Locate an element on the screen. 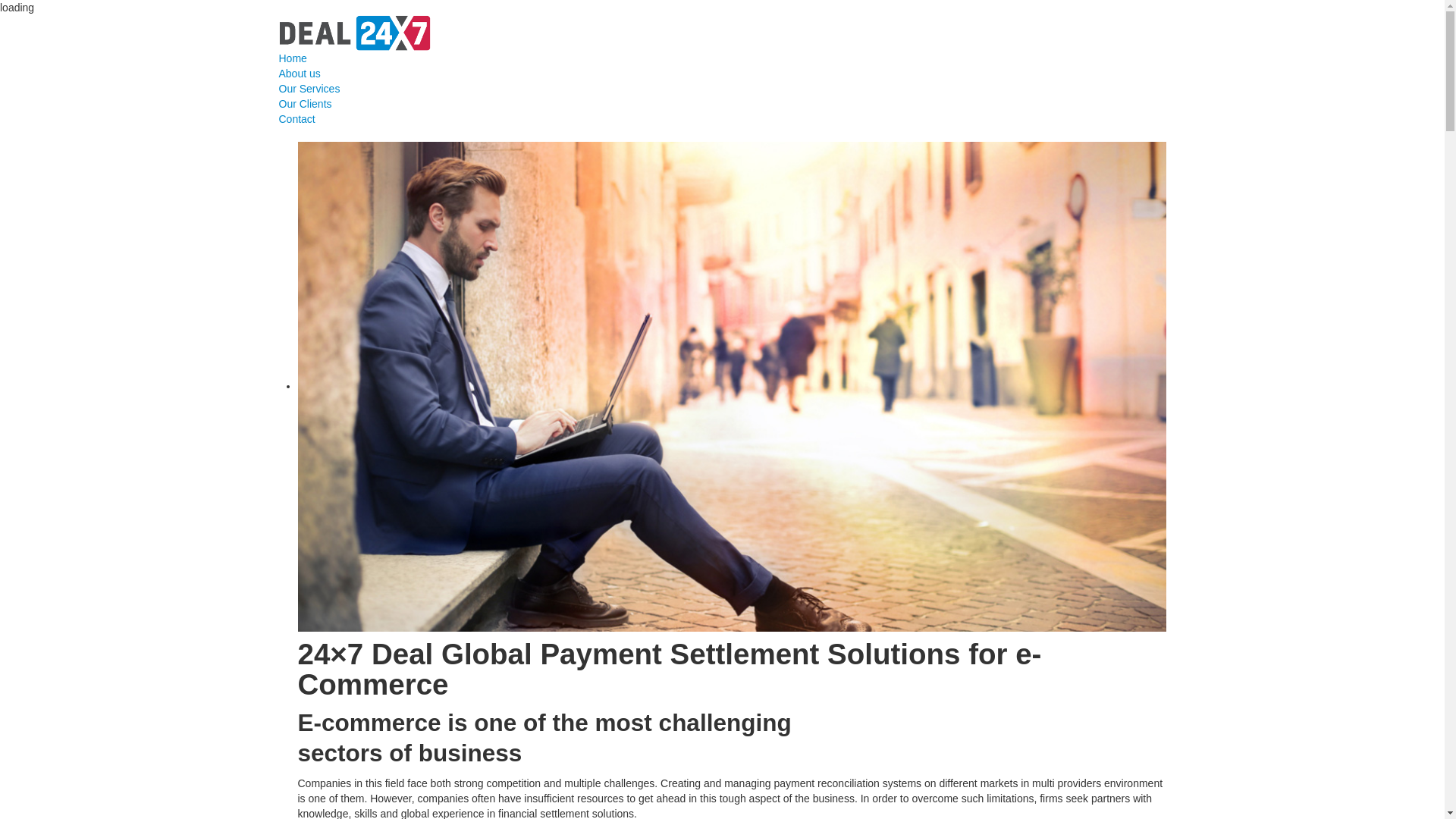  'Home' is located at coordinates (722, 58).